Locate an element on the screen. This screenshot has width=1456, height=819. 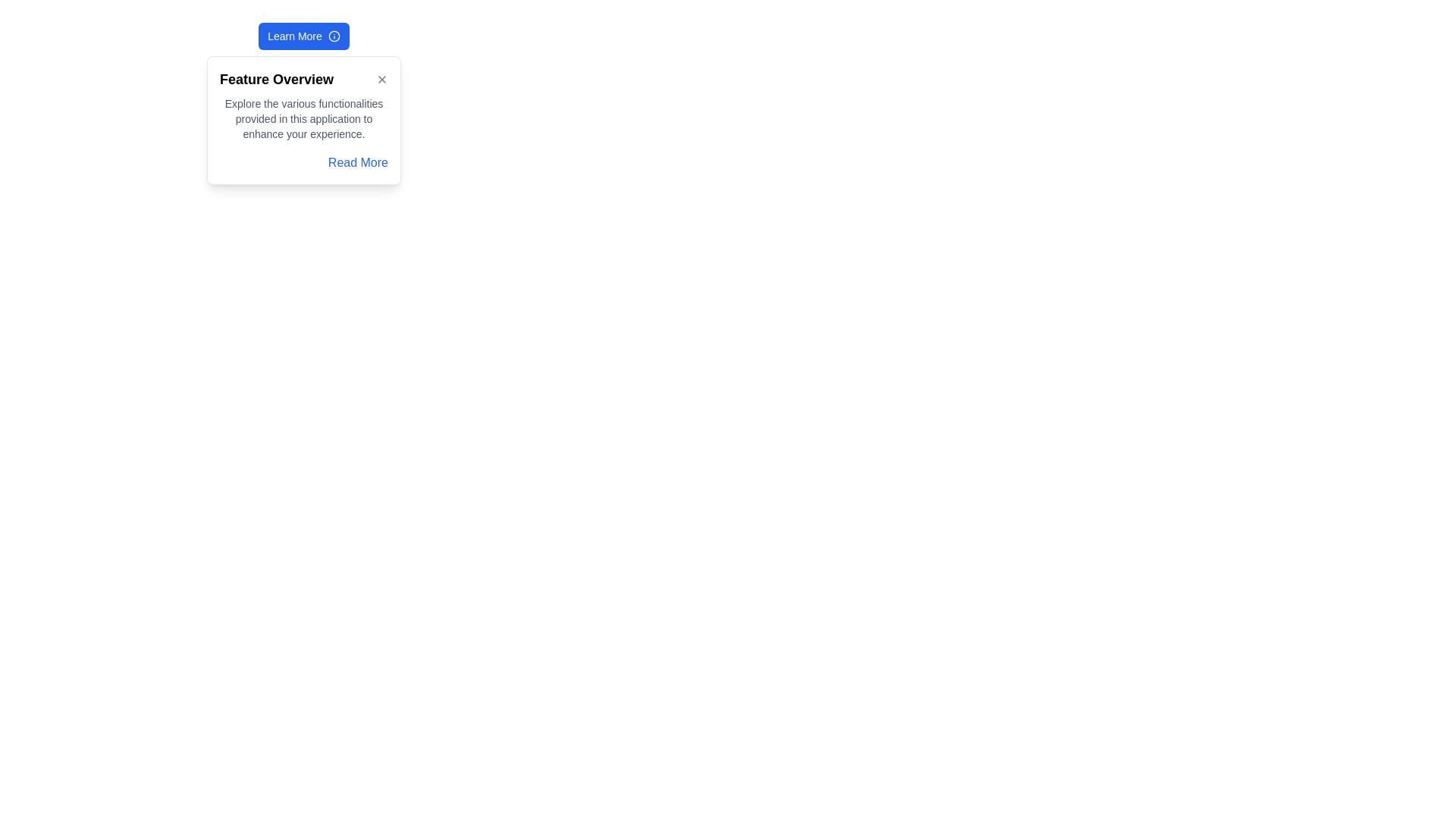
the close icon button located at the top right corner of the 'Feature Overview' box is located at coordinates (382, 79).